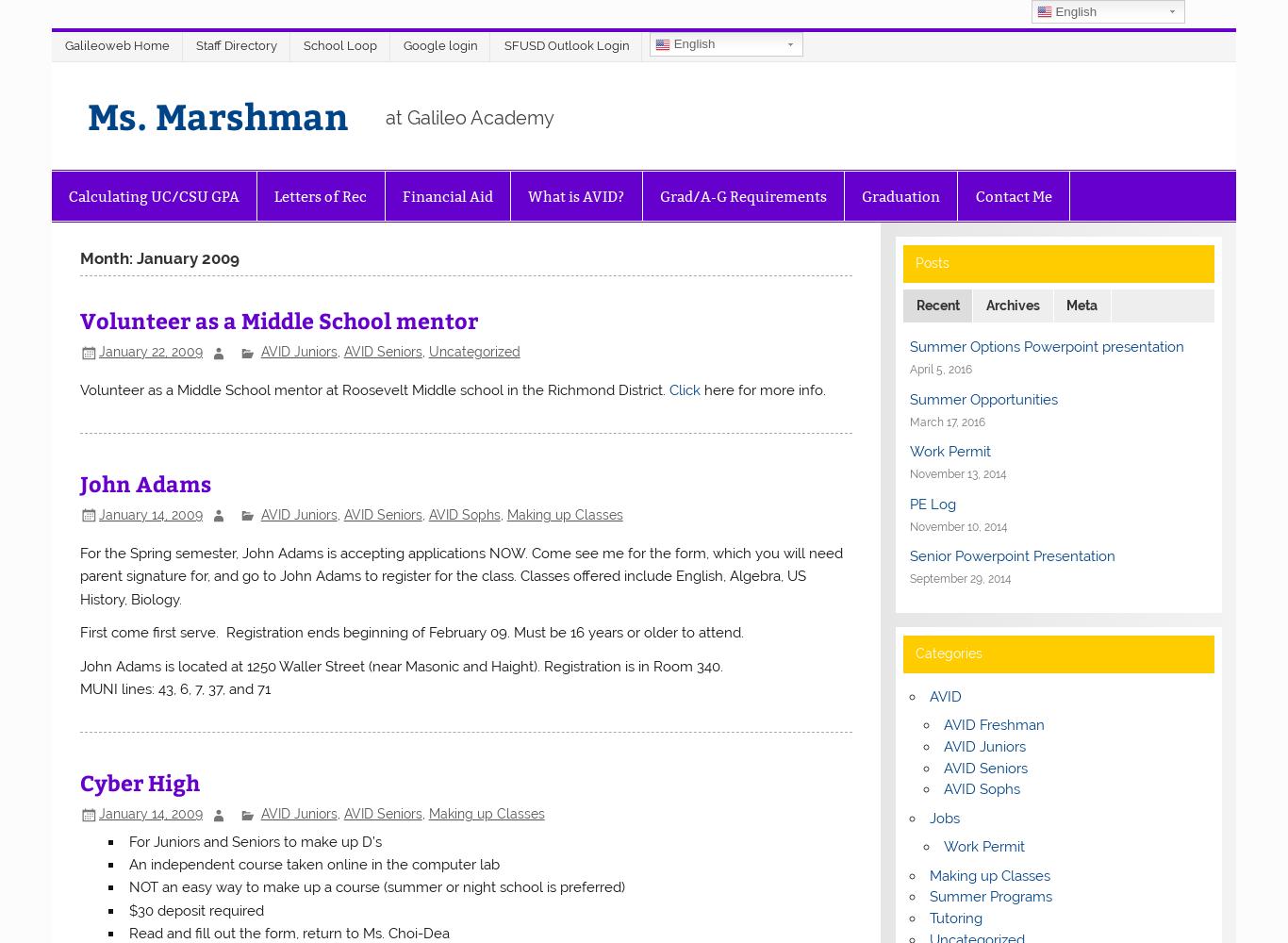  What do you see at coordinates (439, 45) in the screenshot?
I see `'Google login'` at bounding box center [439, 45].